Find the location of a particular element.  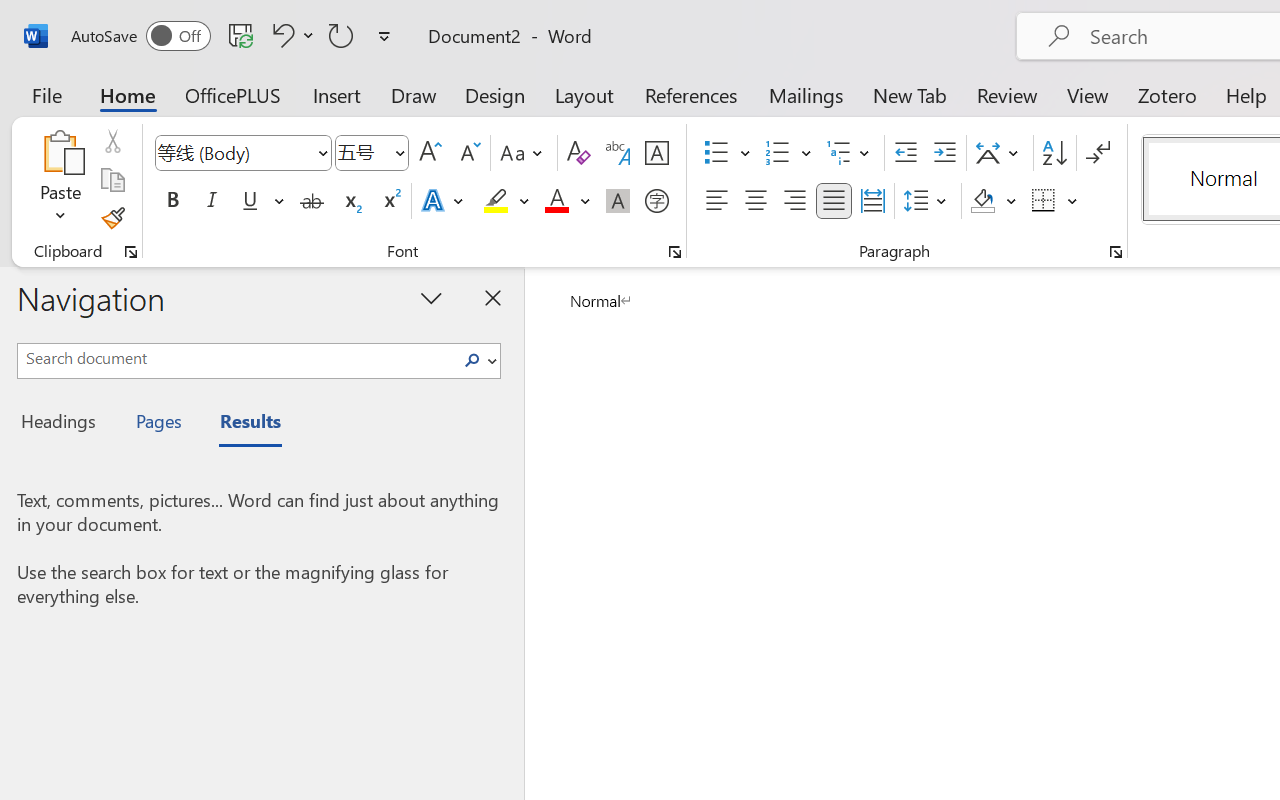

'Grow Font' is located at coordinates (429, 153).